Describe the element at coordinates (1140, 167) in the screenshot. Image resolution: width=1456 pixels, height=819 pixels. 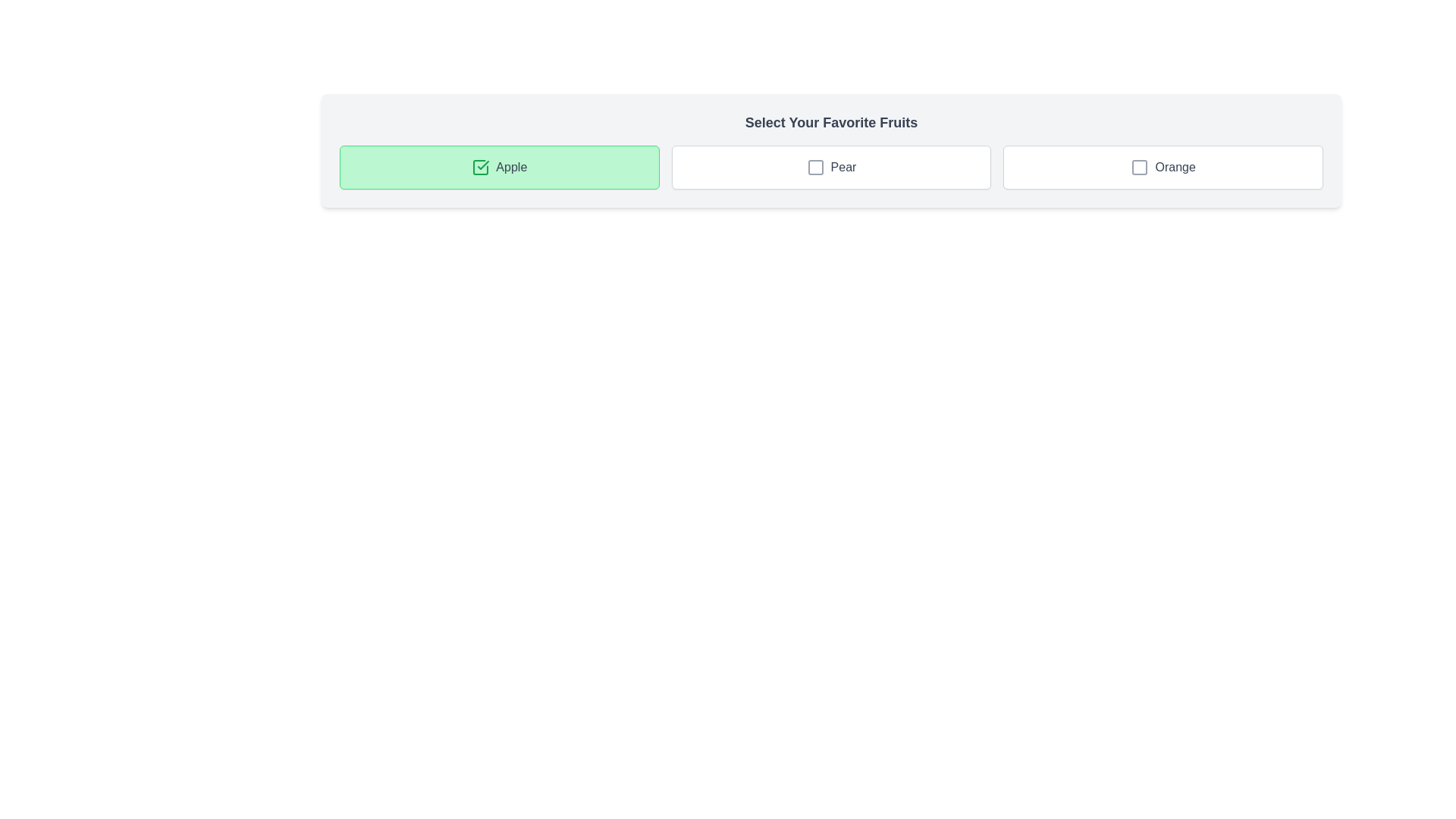
I see `the unselected checkbox within the 'Orange' card to trigger tooltip or highlight effects` at that location.